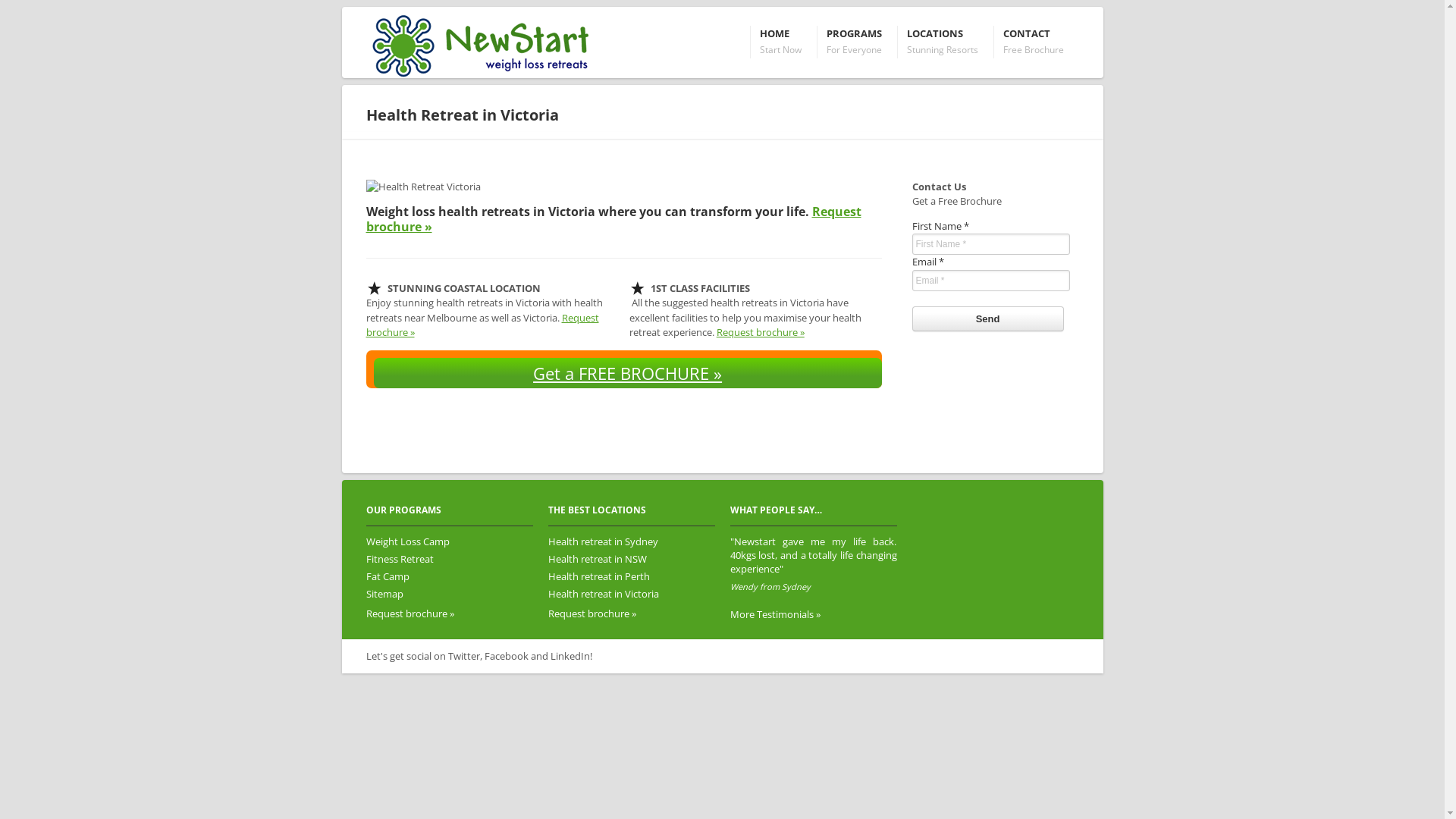 This screenshot has width=1456, height=819. I want to click on 'Weight Loss Camp', so click(407, 540).